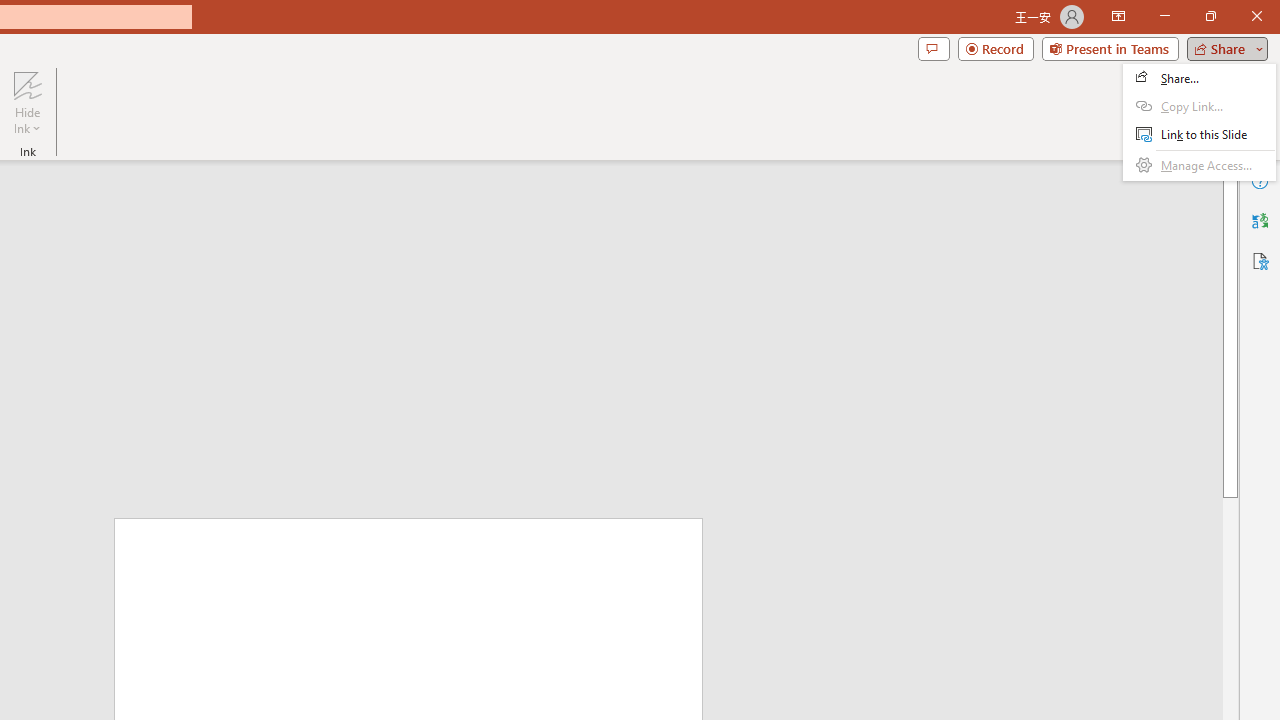 This screenshot has height=720, width=1280. I want to click on 'Hide Ink', so click(27, 84).